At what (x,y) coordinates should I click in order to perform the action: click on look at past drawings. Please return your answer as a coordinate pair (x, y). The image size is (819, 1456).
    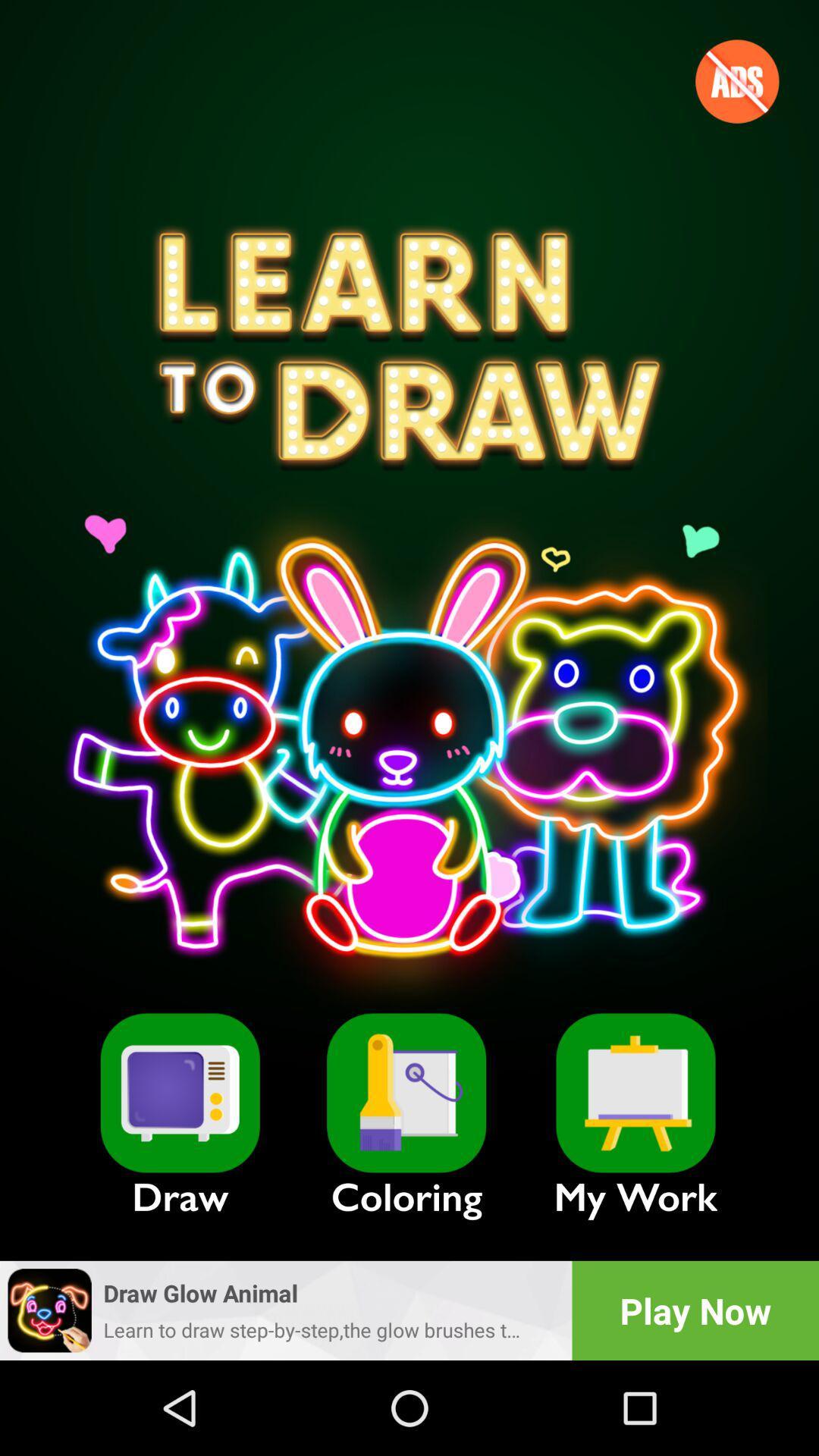
    Looking at the image, I should click on (635, 1093).